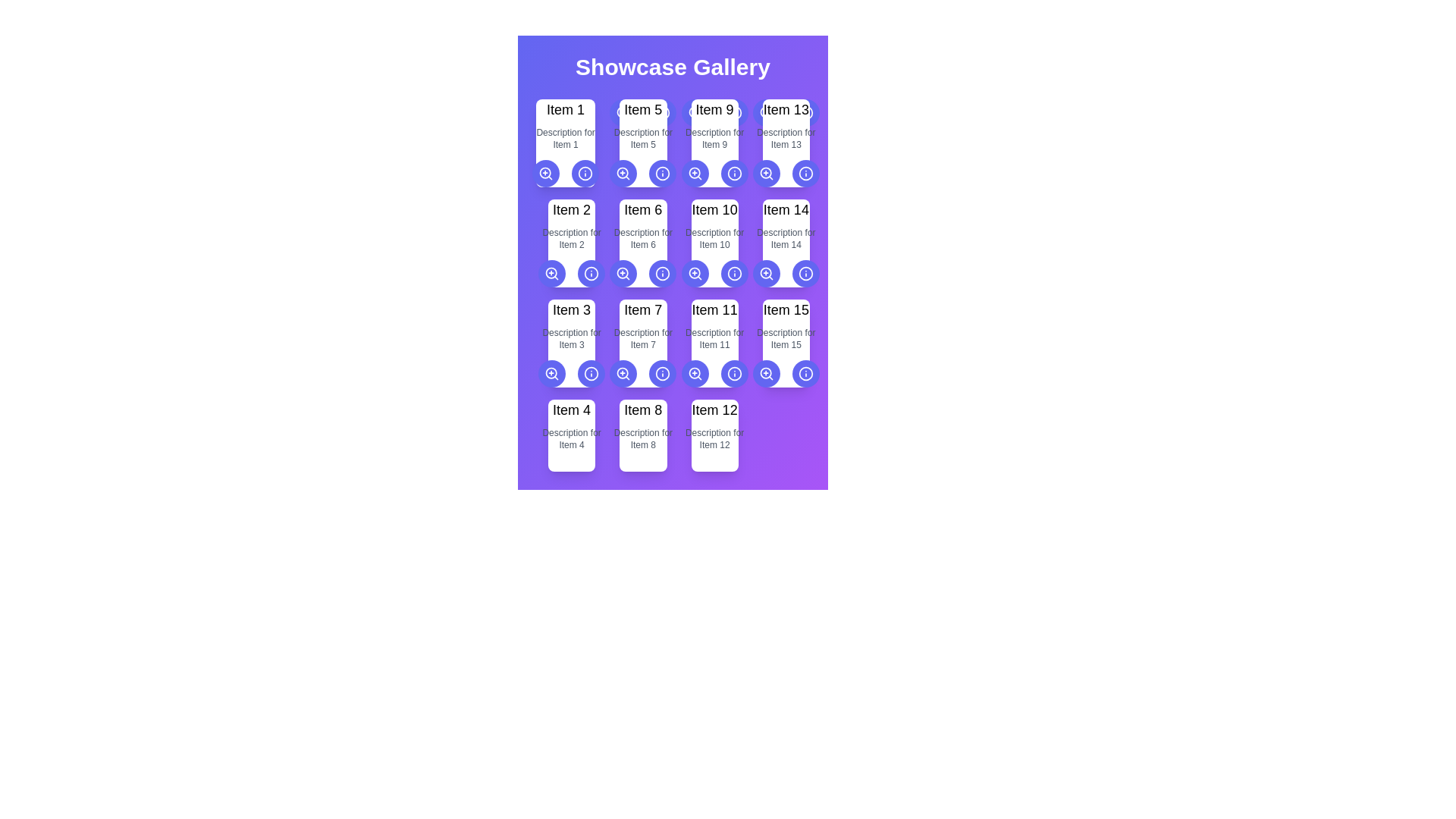 The image size is (1456, 819). Describe the element at coordinates (643, 338) in the screenshot. I see `the informational Text label located beneath the title 'Item 7' in the second row, third column of the grid layout` at that location.